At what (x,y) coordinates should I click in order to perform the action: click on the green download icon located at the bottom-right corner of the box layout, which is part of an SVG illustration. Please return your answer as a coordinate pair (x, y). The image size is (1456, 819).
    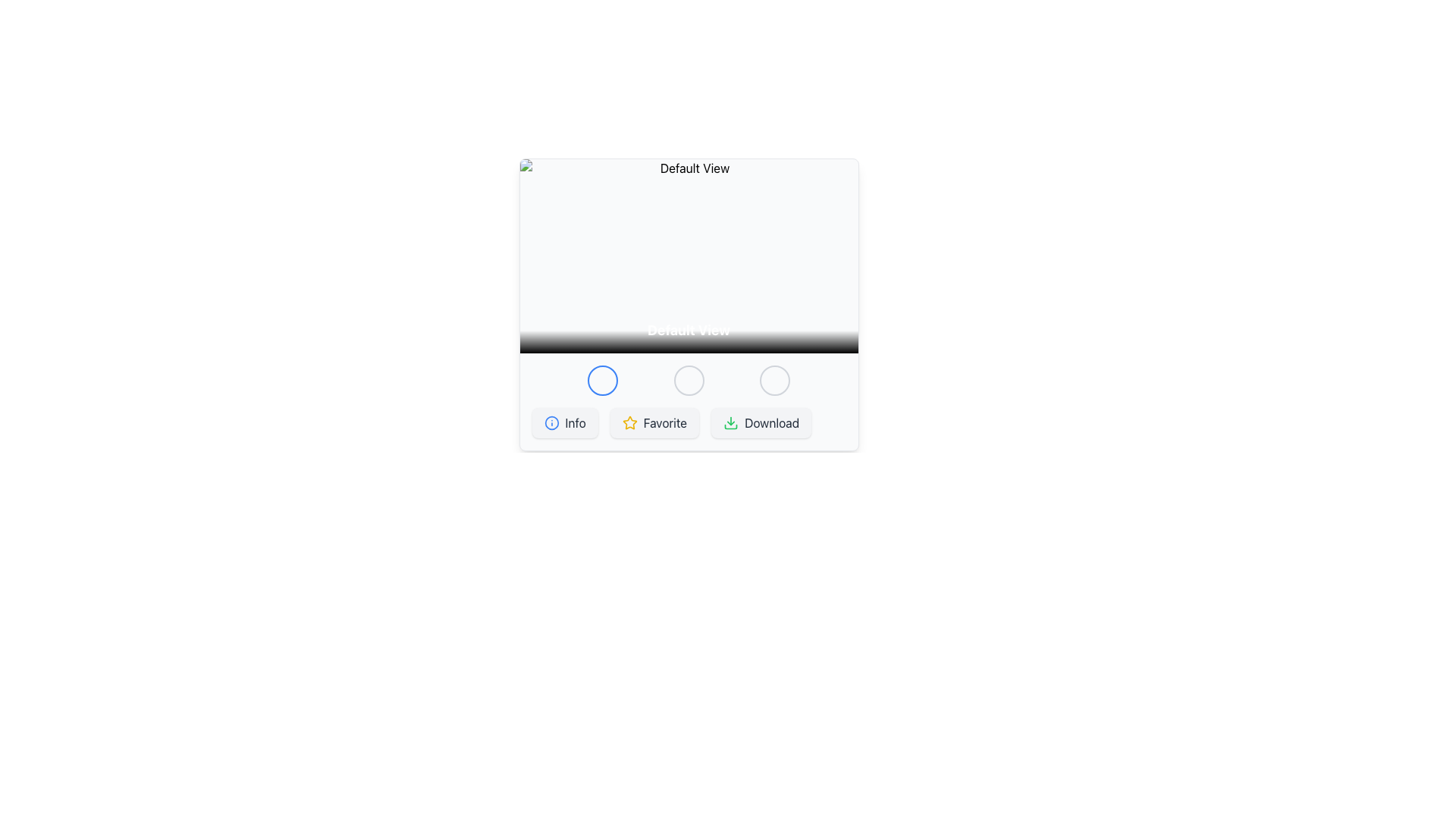
    Looking at the image, I should click on (731, 427).